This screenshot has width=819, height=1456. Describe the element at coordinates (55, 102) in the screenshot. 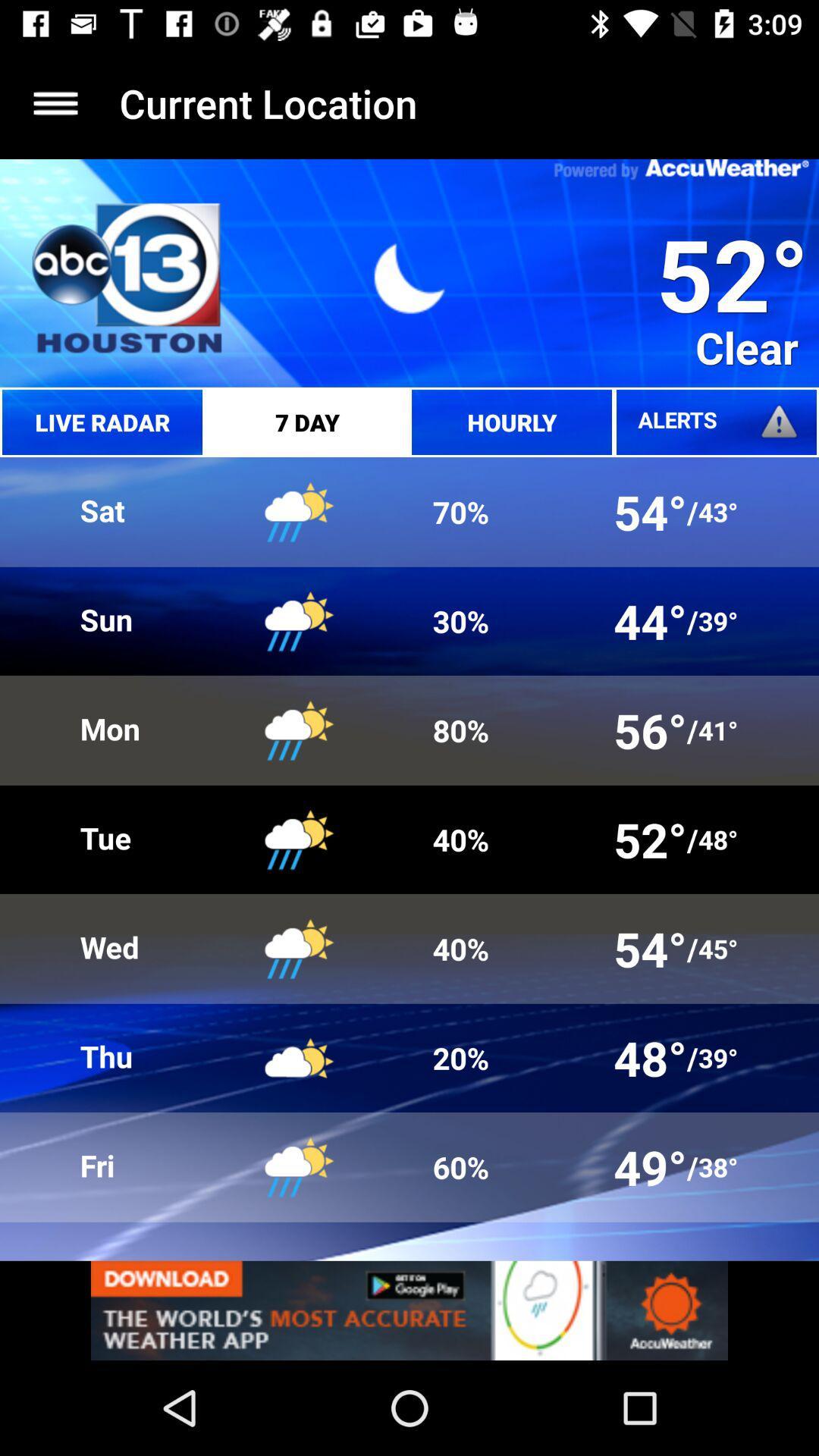

I see `home screen` at that location.